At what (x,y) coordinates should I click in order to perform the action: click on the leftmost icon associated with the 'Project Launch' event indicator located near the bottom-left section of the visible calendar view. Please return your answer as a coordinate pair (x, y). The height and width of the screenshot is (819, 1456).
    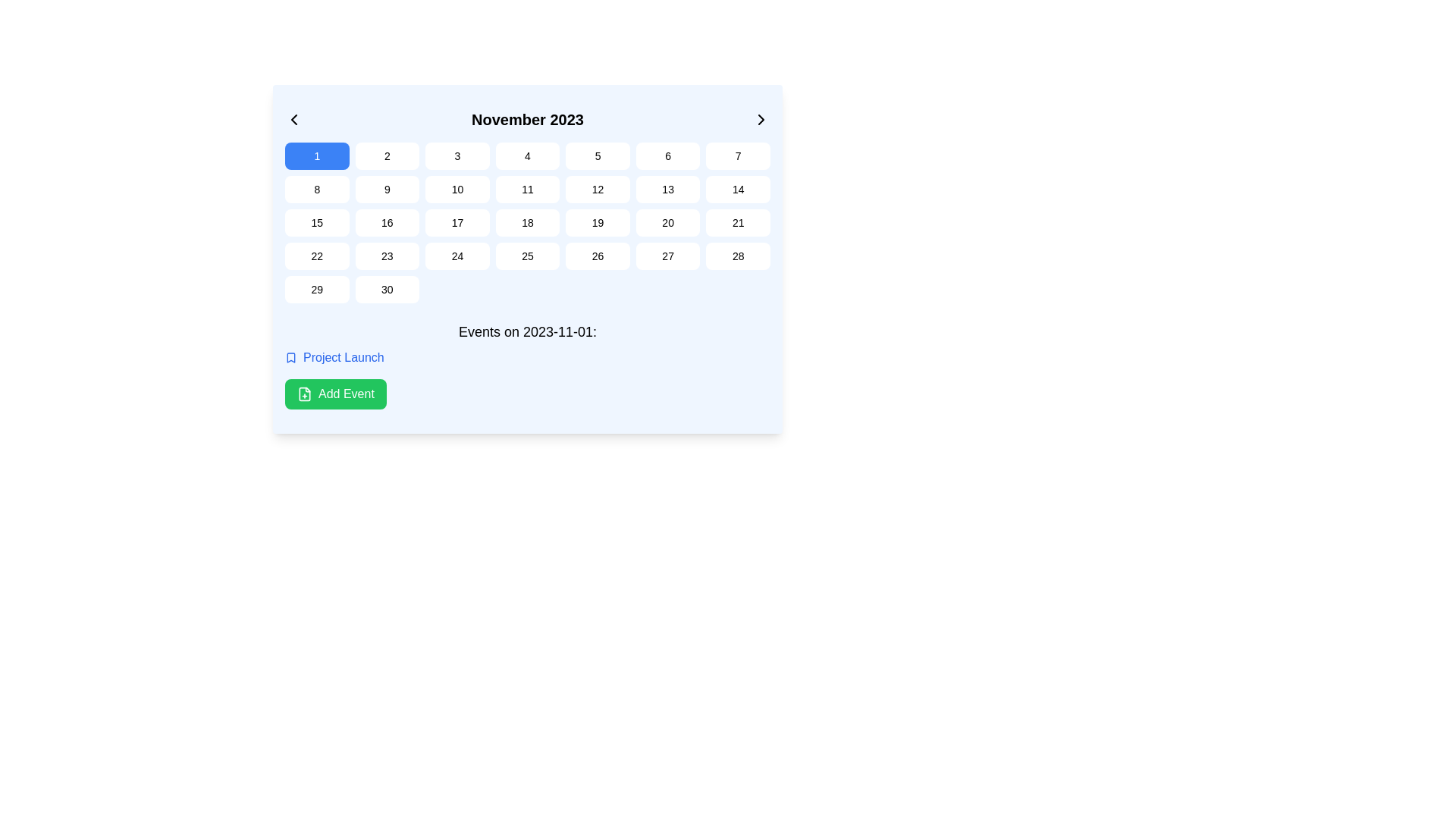
    Looking at the image, I should click on (291, 357).